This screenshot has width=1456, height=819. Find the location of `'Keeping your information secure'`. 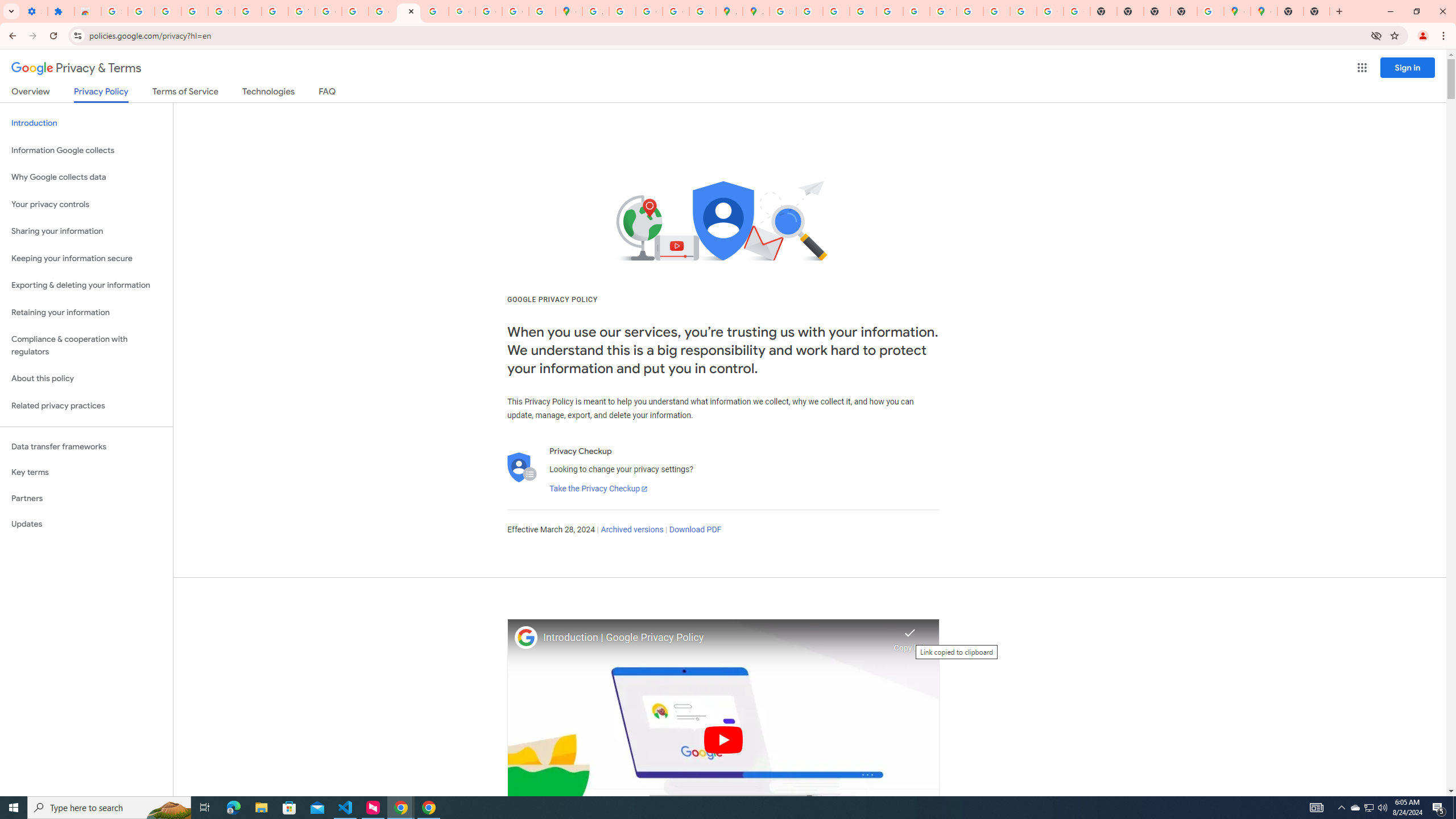

'Keeping your information secure' is located at coordinates (86, 259).